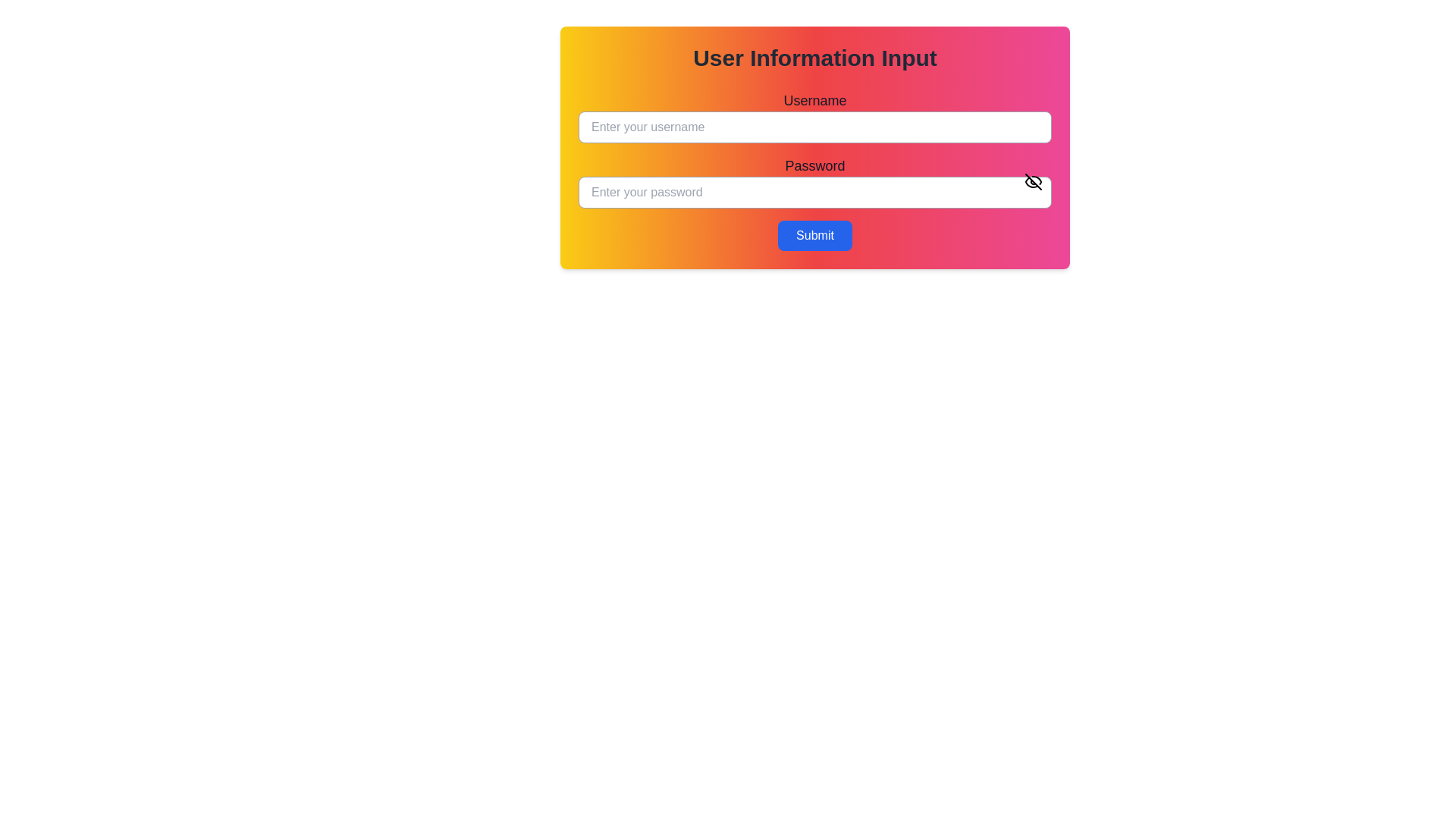 This screenshot has width=1456, height=819. What do you see at coordinates (814, 166) in the screenshot?
I see `the 'Password' label which displays the text in bold, medium-sized font with a strong black color, located between the 'Username' label and the password input field` at bounding box center [814, 166].